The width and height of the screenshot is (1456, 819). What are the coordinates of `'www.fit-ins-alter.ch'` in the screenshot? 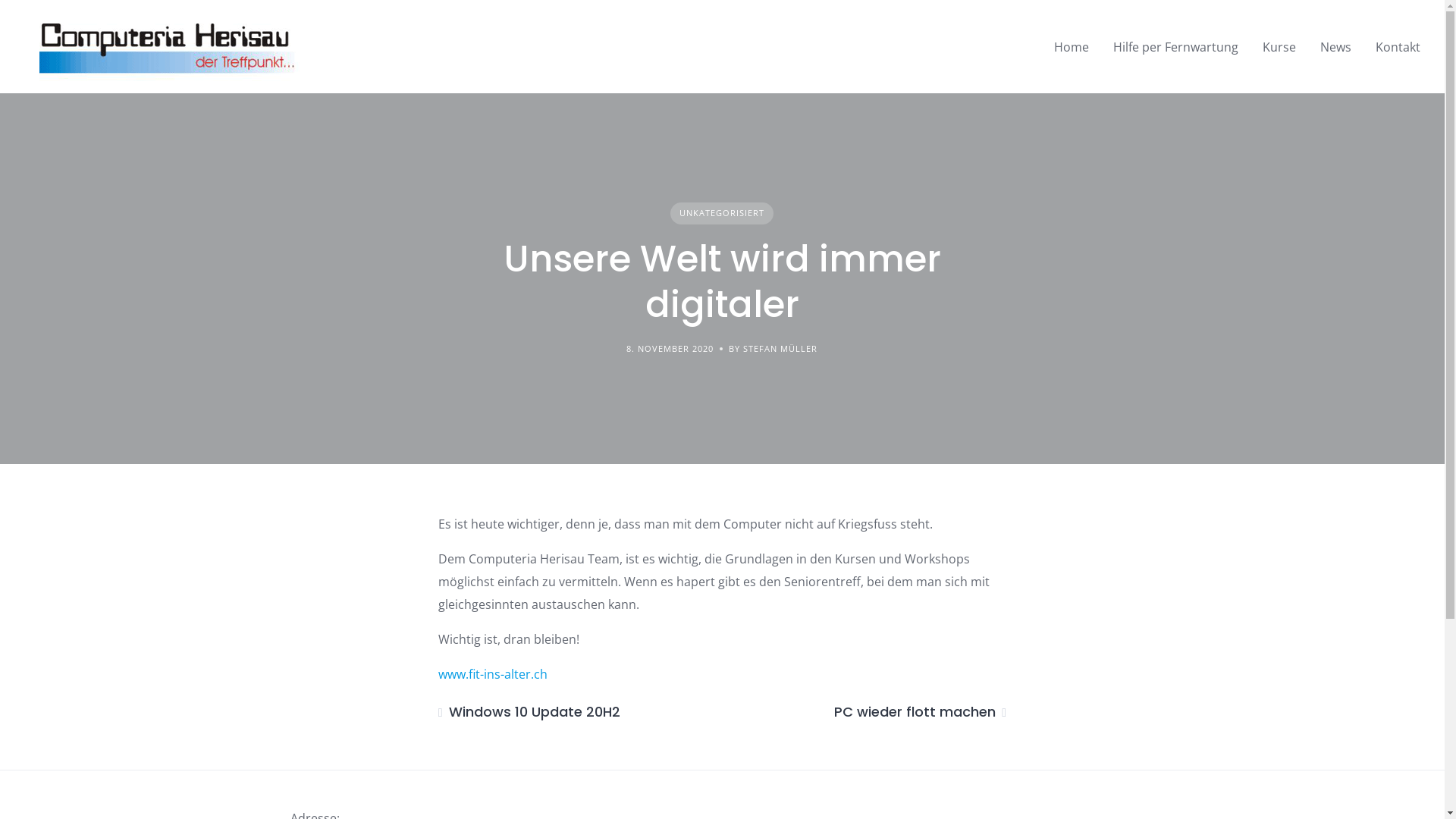 It's located at (492, 673).